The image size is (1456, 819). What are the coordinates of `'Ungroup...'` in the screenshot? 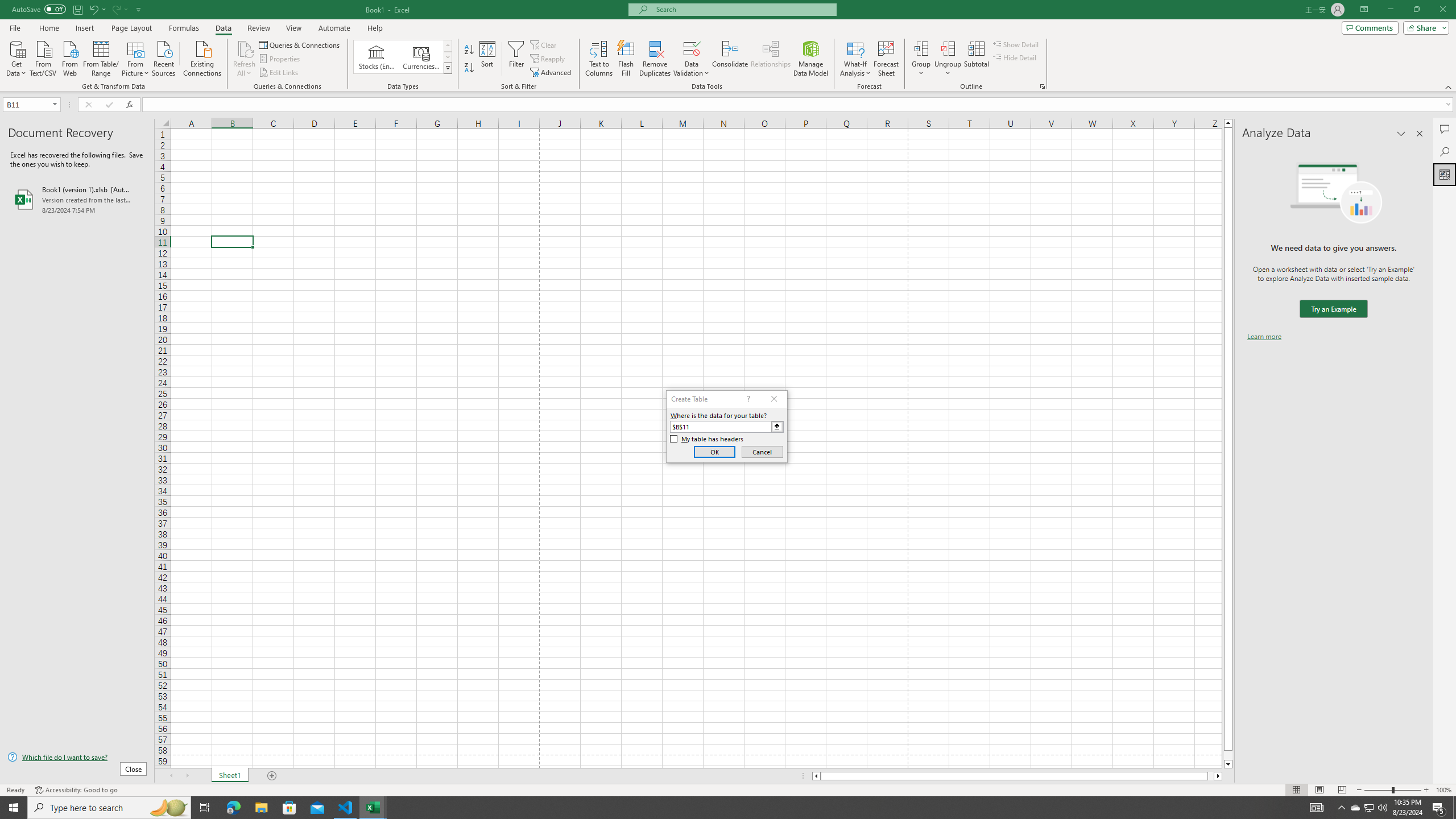 It's located at (948, 48).